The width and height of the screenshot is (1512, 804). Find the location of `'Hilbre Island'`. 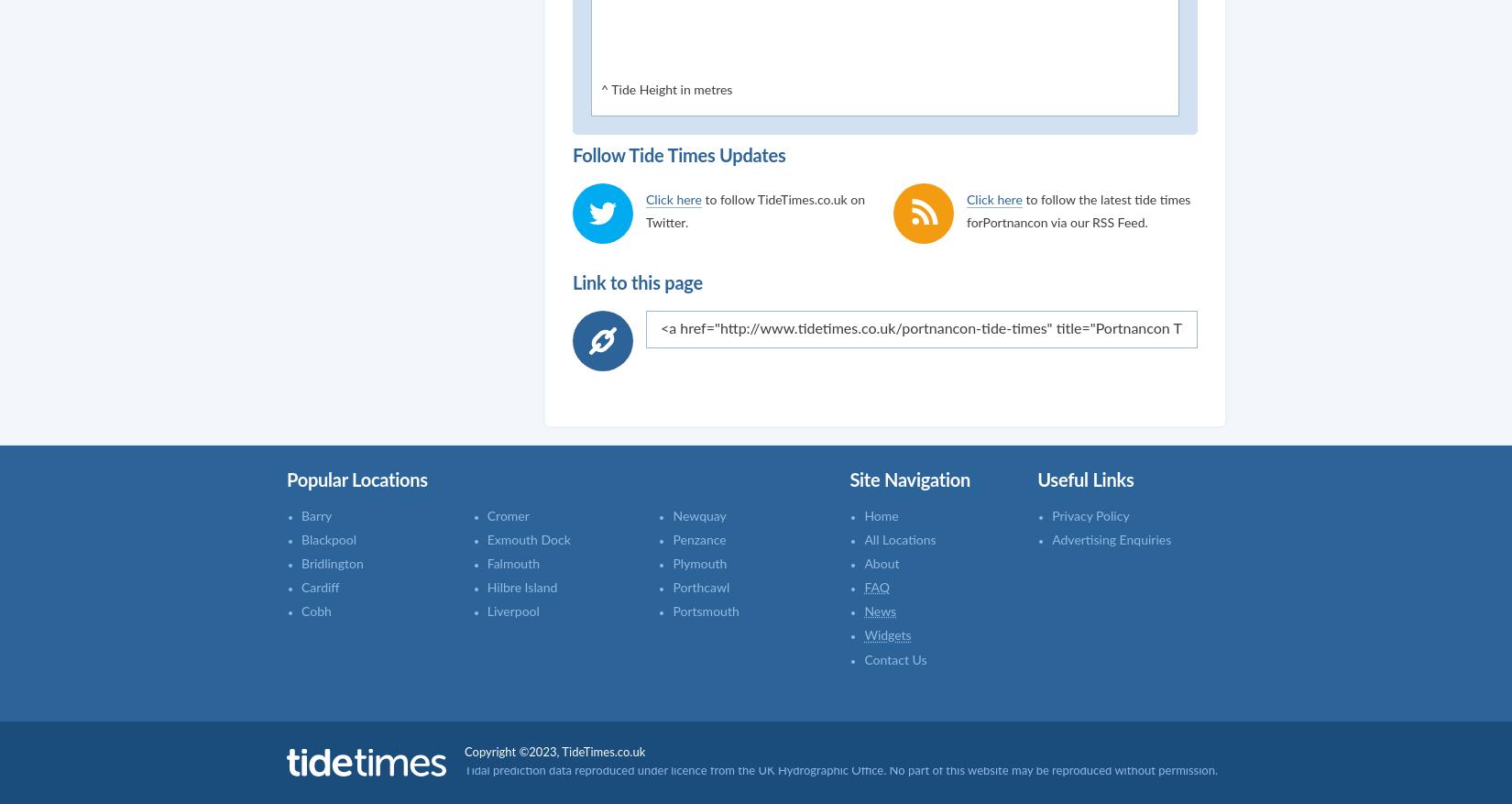

'Hilbre Island' is located at coordinates (520, 588).